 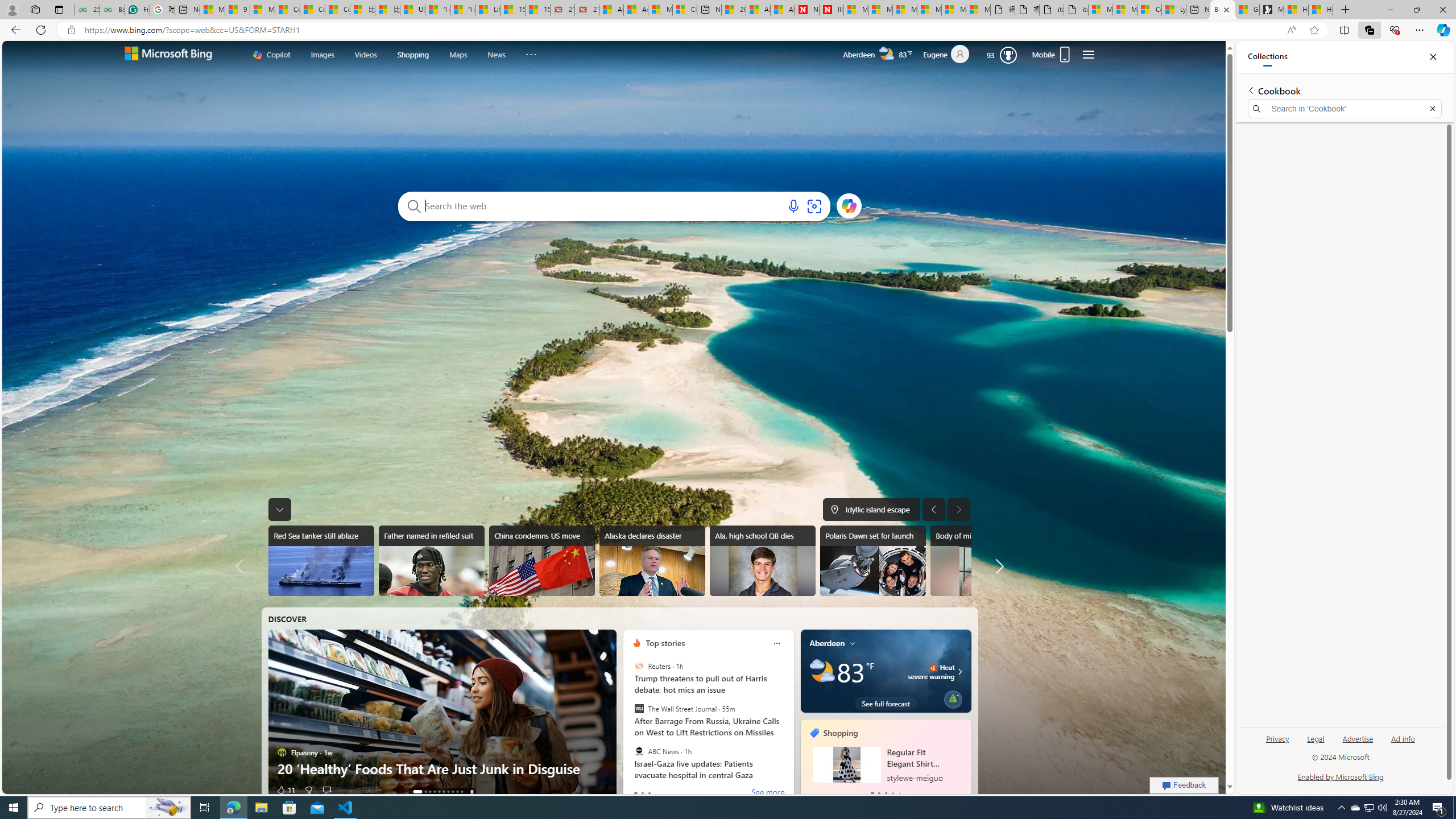 What do you see at coordinates (167, 54) in the screenshot?
I see `'Welcome to Bing Search'` at bounding box center [167, 54].